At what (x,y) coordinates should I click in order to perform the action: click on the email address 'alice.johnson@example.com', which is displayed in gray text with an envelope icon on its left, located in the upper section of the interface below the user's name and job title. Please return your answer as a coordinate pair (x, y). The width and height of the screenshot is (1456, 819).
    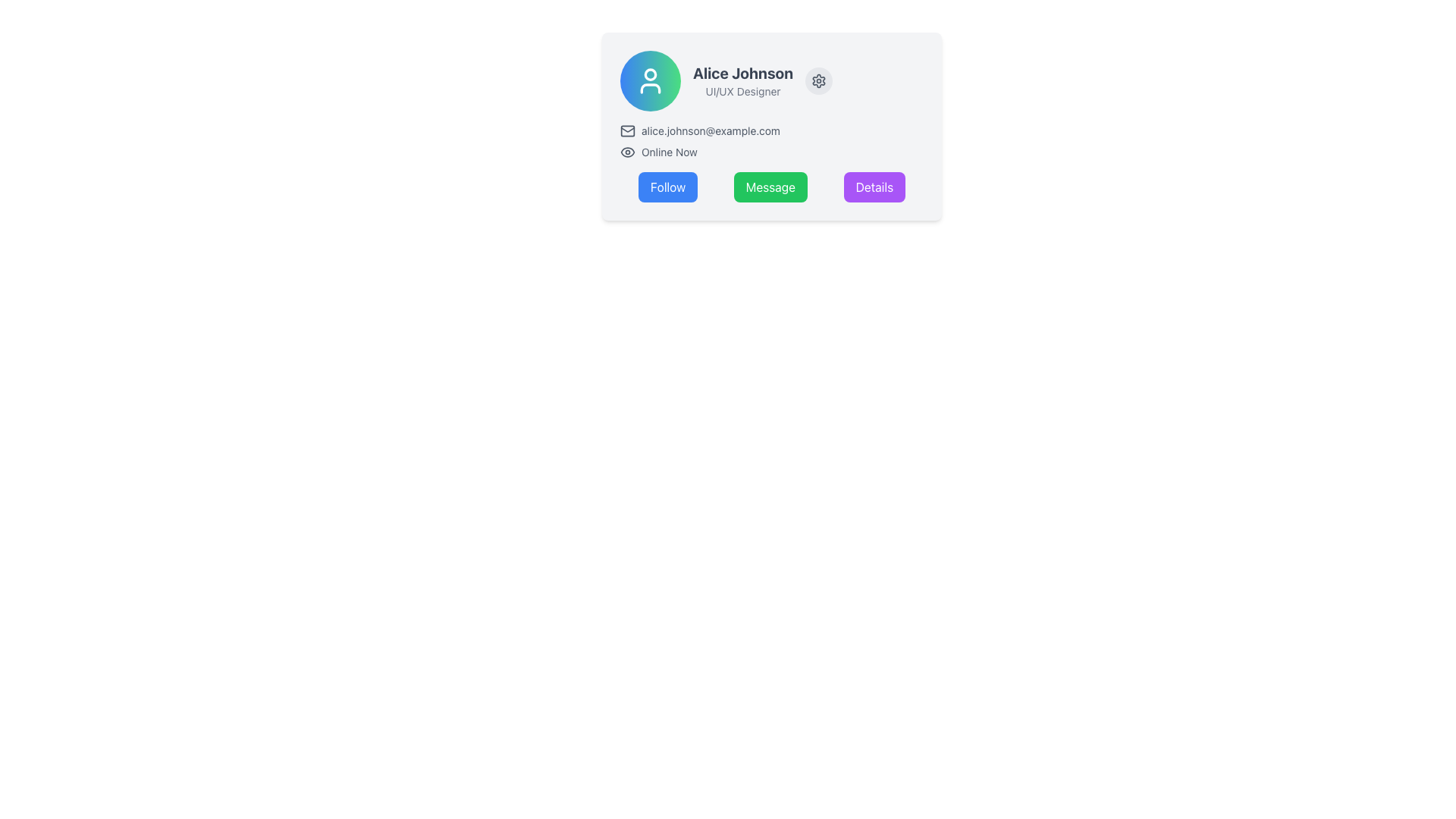
    Looking at the image, I should click on (771, 130).